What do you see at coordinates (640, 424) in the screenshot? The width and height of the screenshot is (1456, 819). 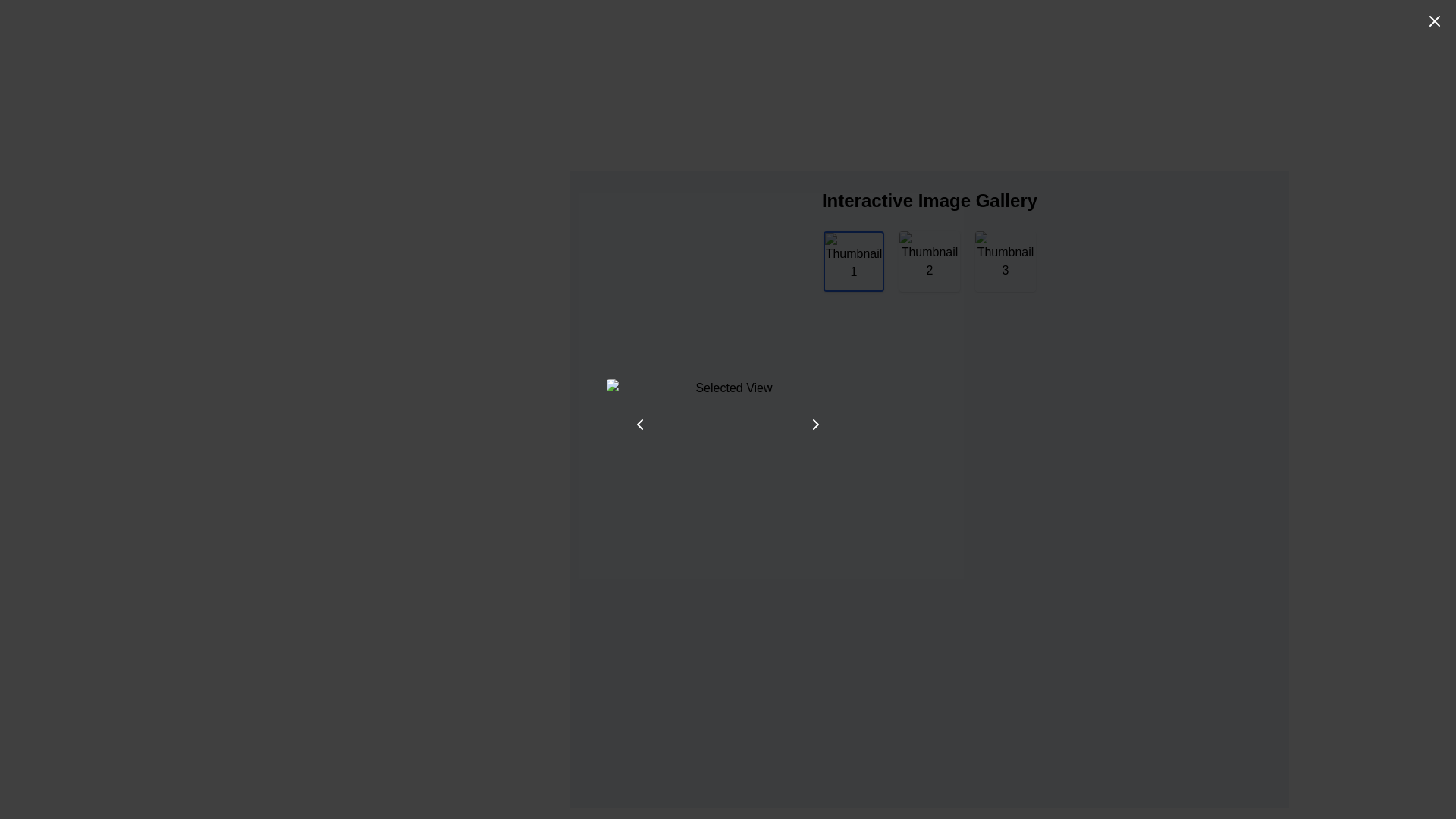 I see `the leftward navigation chevron icon, which visually represents a backward movement action in the main panel's SVG component` at bounding box center [640, 424].